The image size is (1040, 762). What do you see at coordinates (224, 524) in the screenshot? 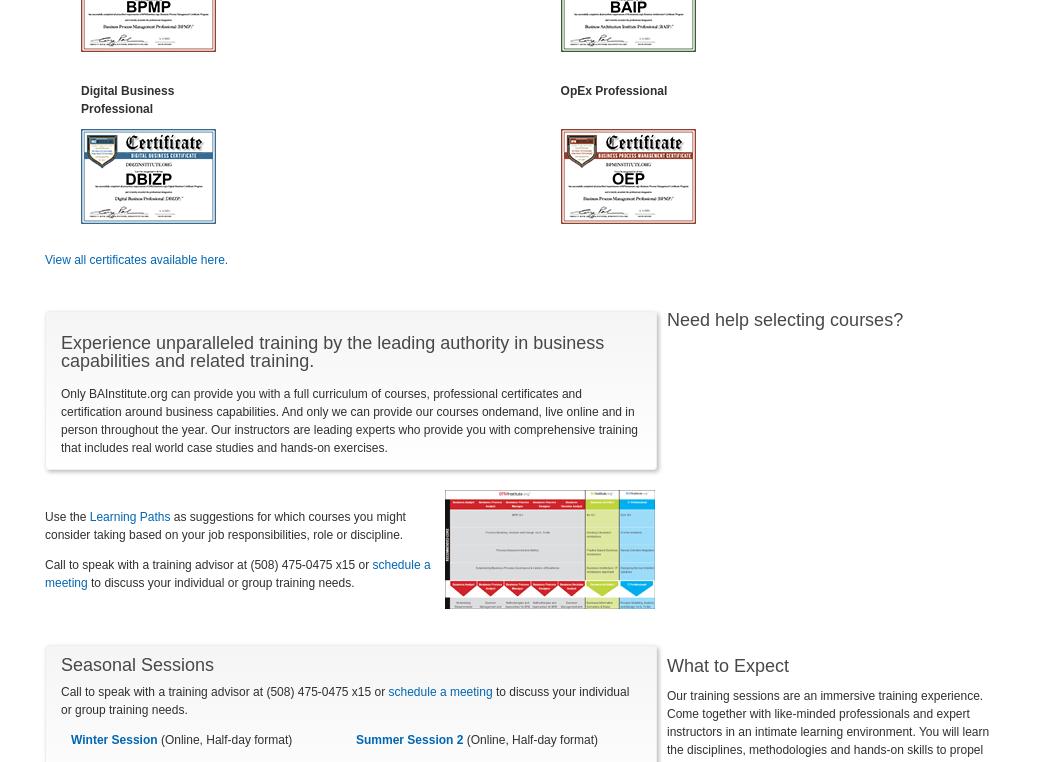
I see `'as suggestions for which courses you might consider taking based on your job responsibilities, role or discipline.'` at bounding box center [224, 524].